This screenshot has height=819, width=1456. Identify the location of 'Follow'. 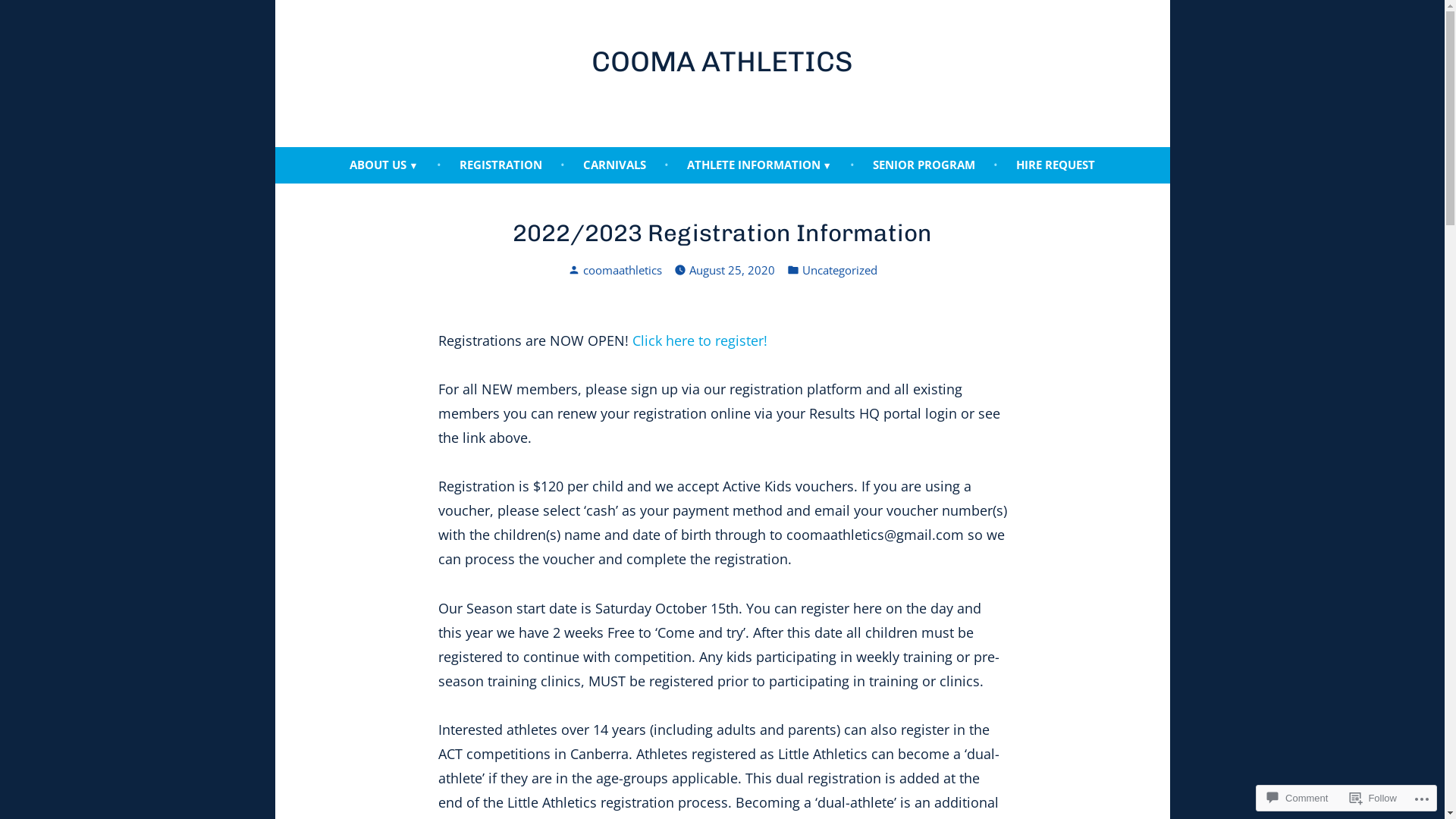
(1373, 797).